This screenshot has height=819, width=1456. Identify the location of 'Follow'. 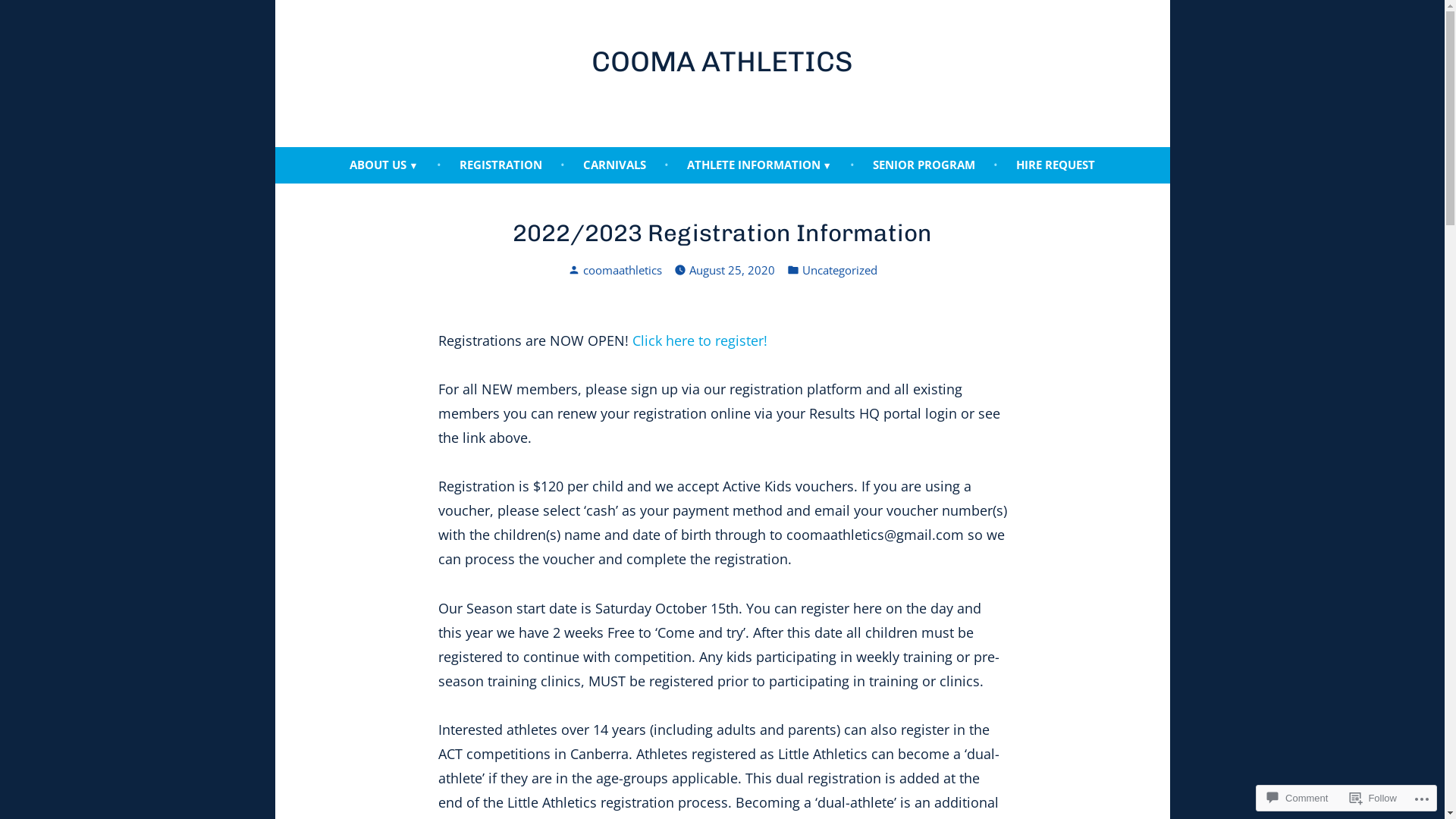
(1373, 797).